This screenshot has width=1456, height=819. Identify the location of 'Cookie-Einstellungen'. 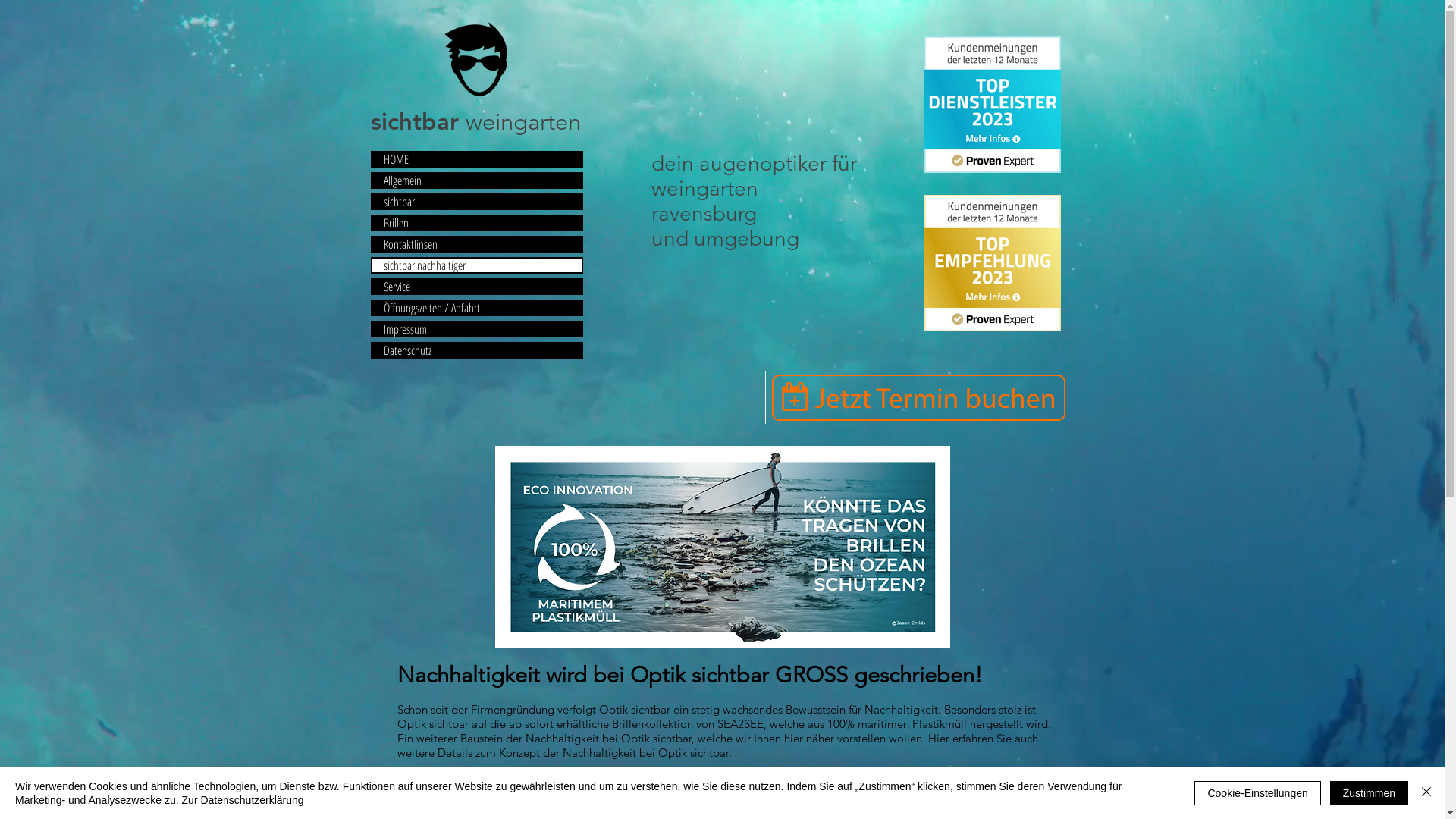
(1257, 792).